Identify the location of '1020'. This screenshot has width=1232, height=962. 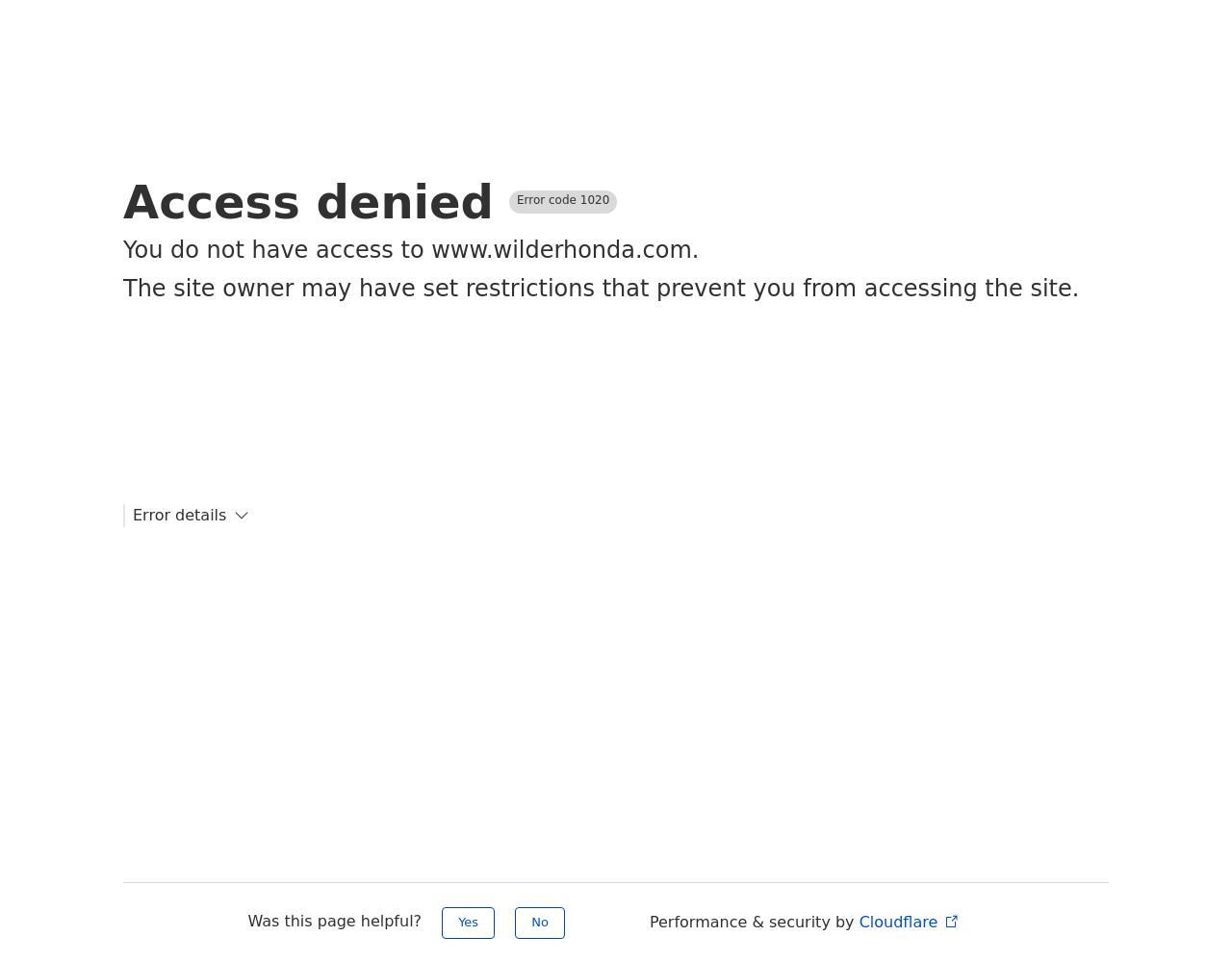
(593, 199).